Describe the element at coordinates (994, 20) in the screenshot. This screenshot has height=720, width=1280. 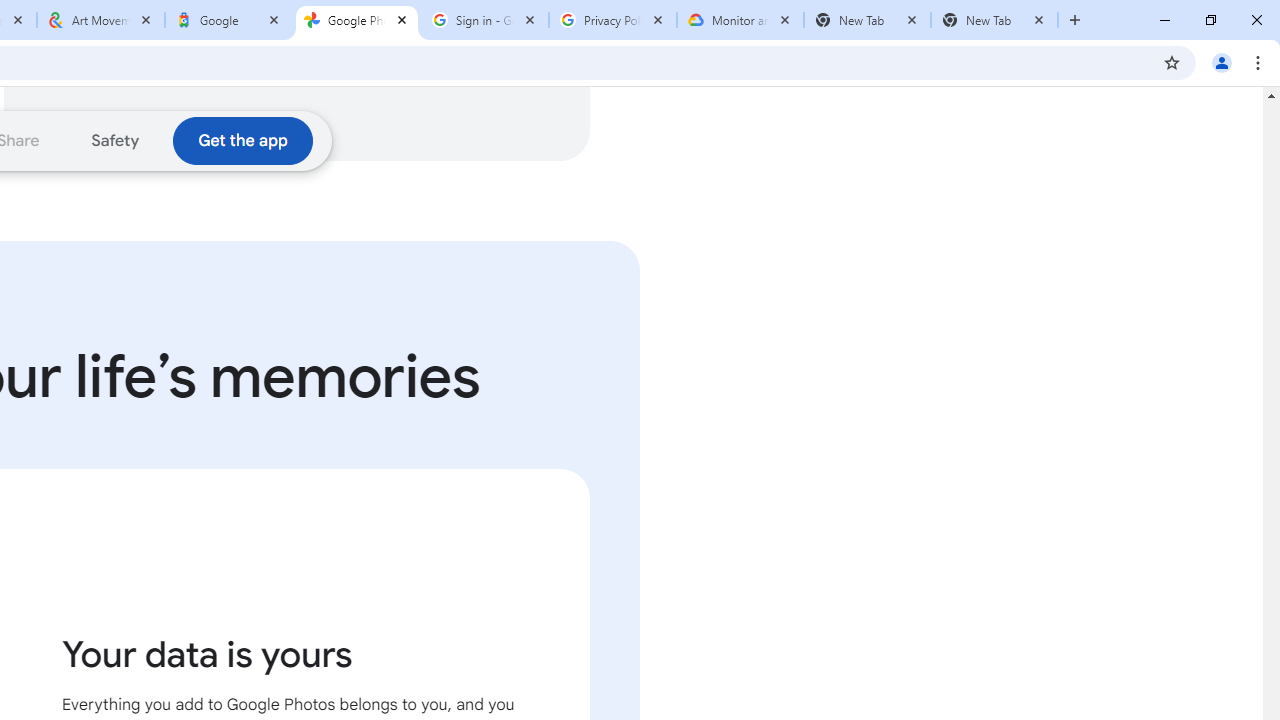
I see `'New Tab'` at that location.